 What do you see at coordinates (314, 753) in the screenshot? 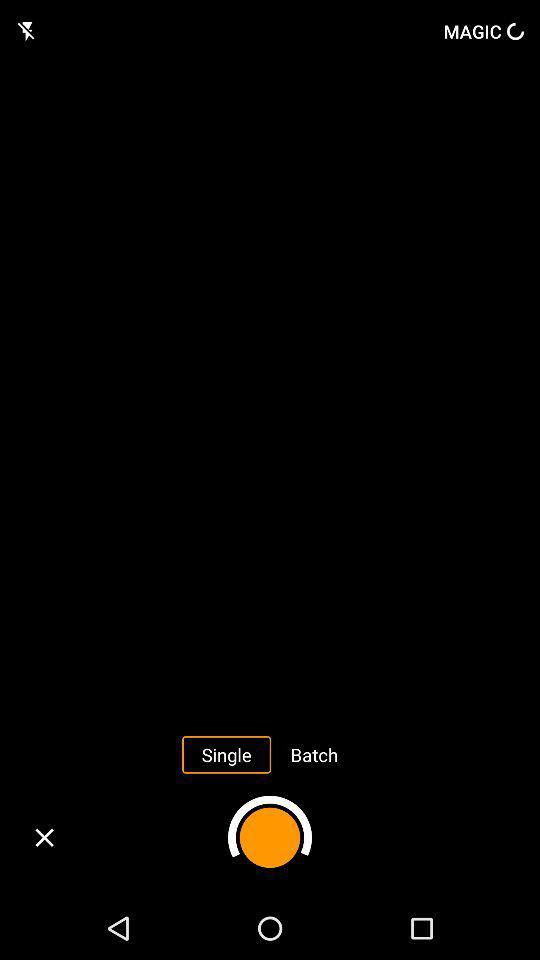
I see `the icon next to single` at bounding box center [314, 753].